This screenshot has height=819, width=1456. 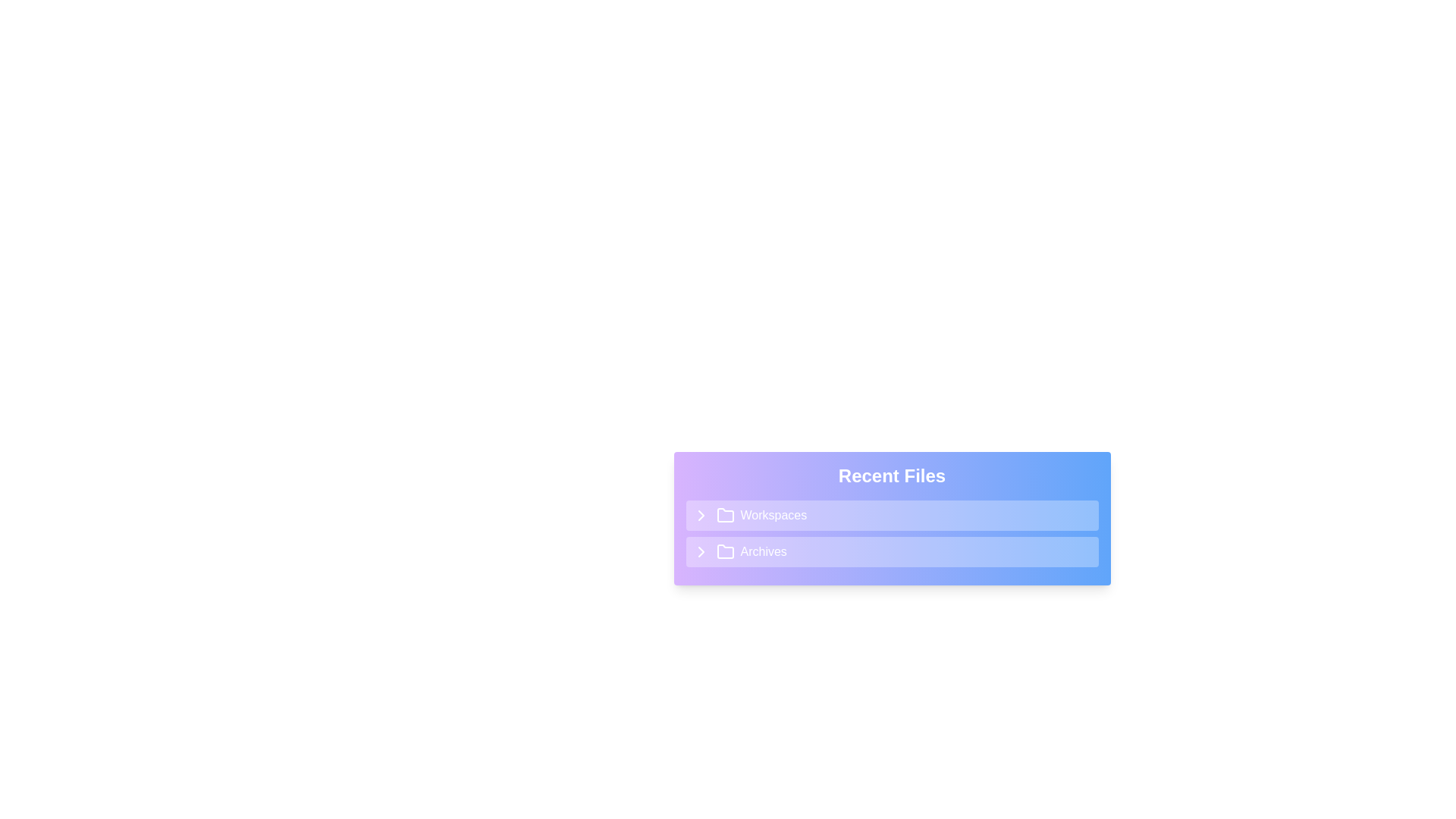 What do you see at coordinates (892, 514) in the screenshot?
I see `the file item Workspaces to expand it` at bounding box center [892, 514].